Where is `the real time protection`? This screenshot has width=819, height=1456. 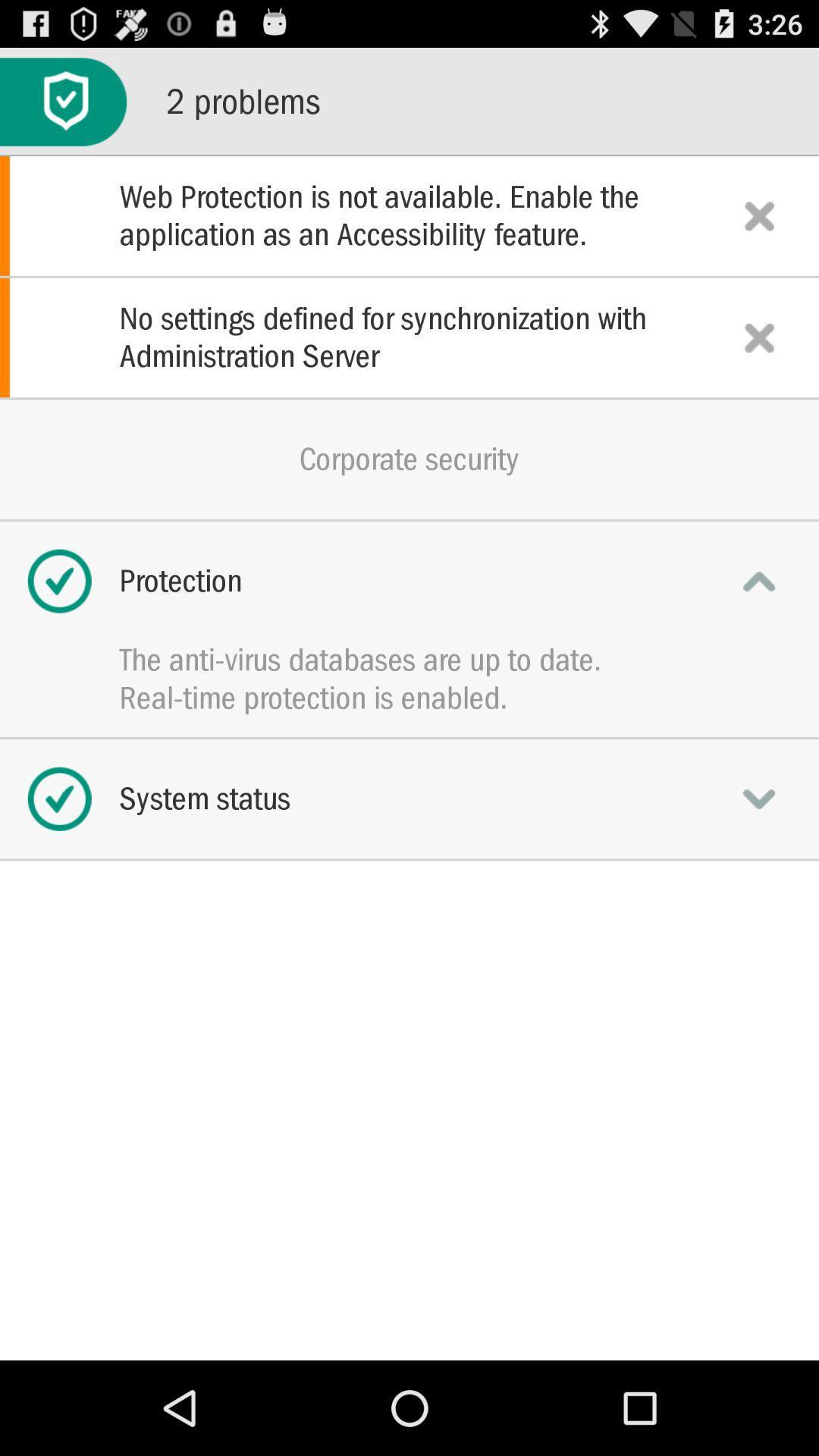 the real time protection is located at coordinates (409, 697).